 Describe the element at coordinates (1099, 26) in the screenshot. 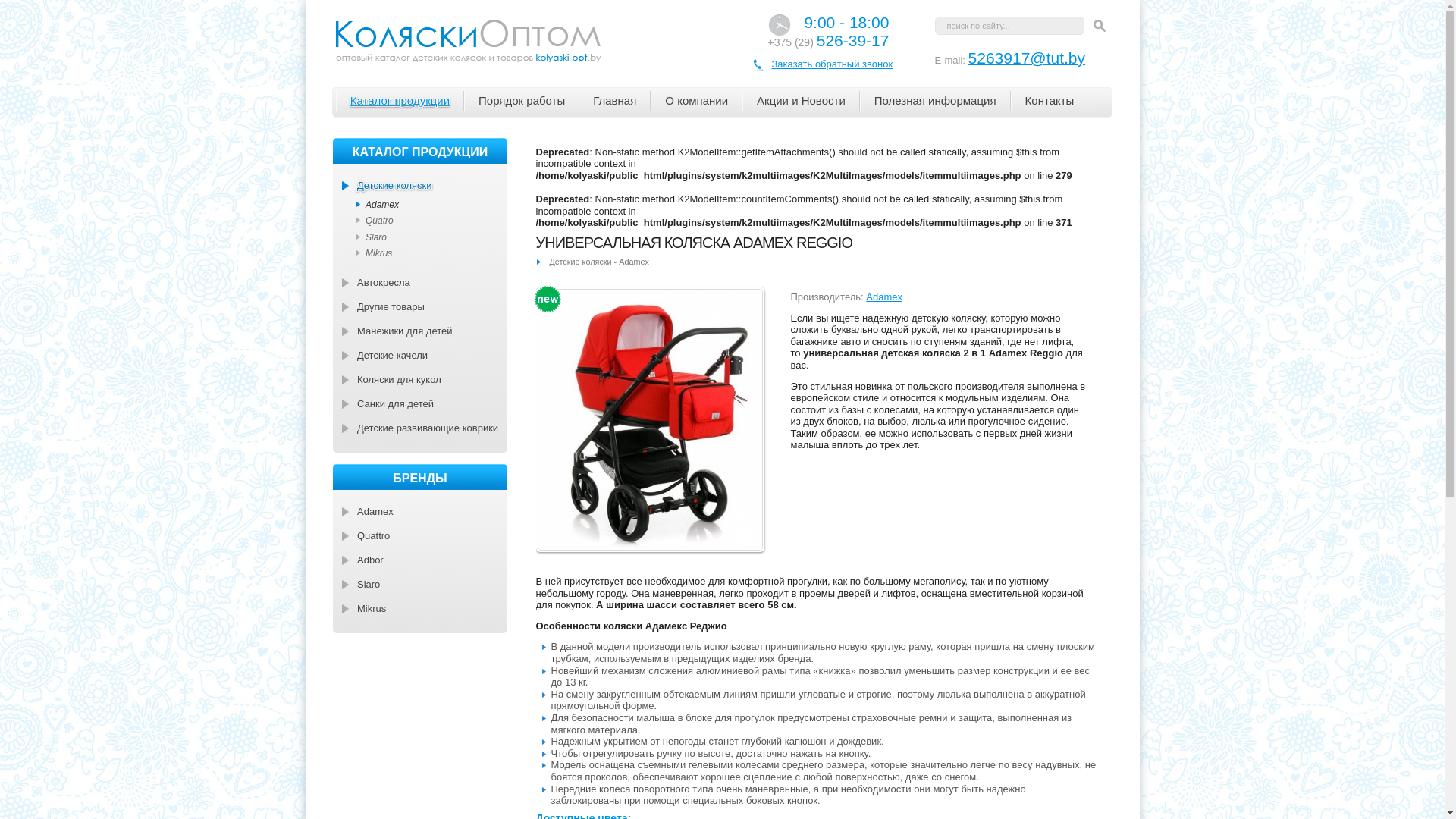

I see `' '` at that location.